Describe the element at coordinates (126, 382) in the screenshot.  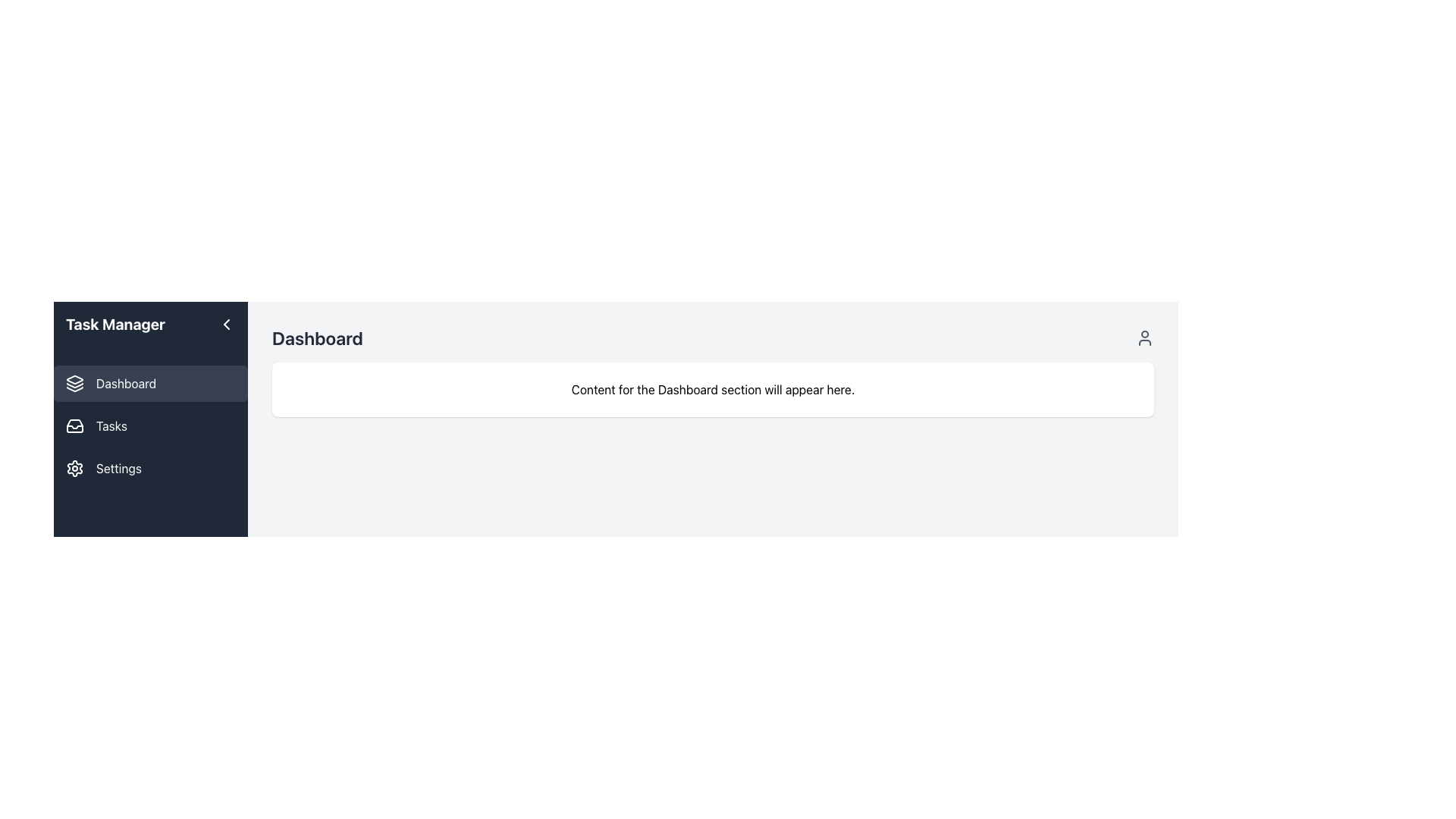
I see `the 'Dashboard' text label located in the left sidebar menu, which is below an icon shaped like stacked layers` at that location.